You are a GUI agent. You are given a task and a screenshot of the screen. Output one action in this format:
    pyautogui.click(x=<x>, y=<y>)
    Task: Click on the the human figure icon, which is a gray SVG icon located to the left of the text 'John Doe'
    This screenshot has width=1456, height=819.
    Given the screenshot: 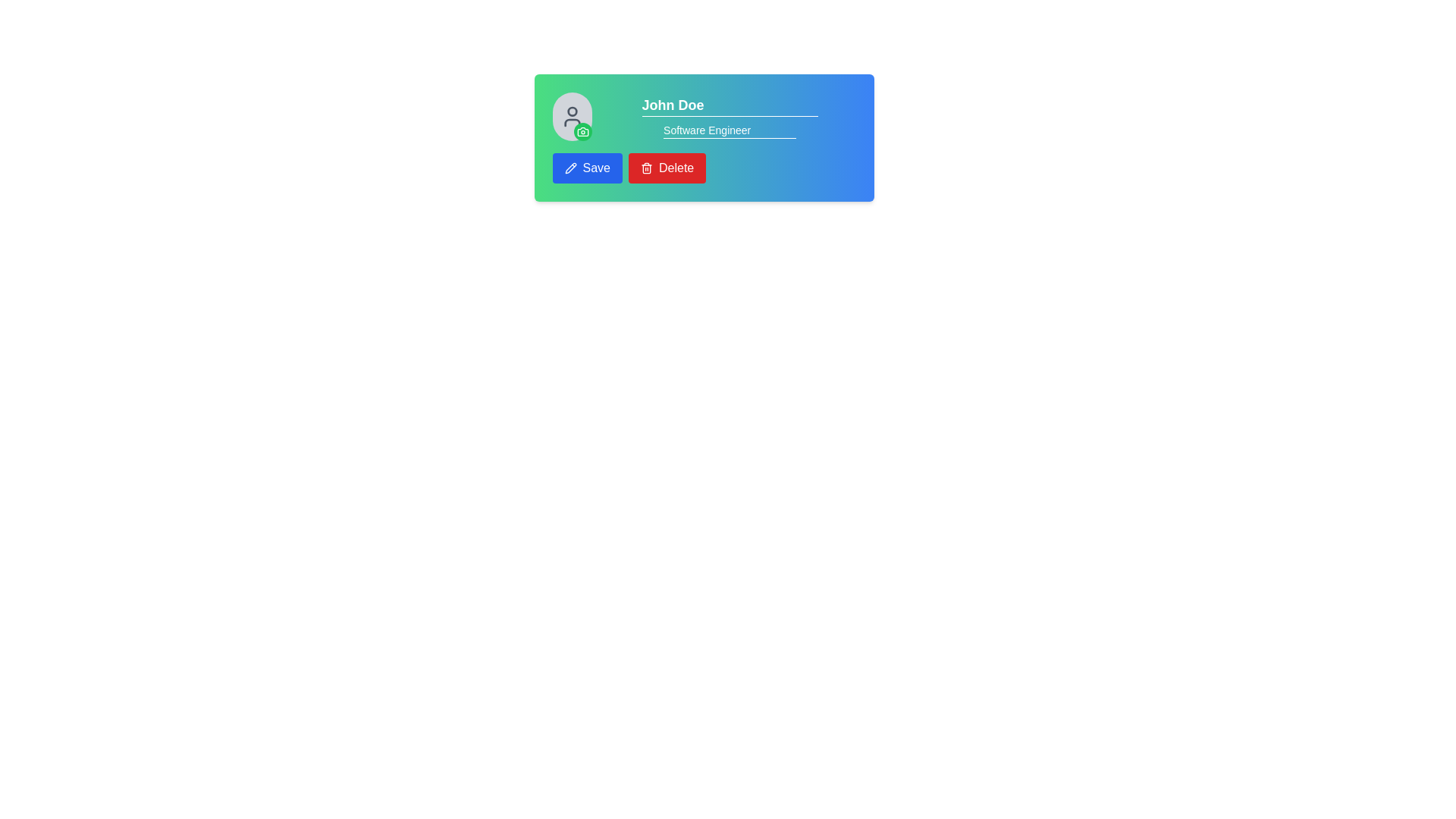 What is the action you would take?
    pyautogui.click(x=571, y=116)
    